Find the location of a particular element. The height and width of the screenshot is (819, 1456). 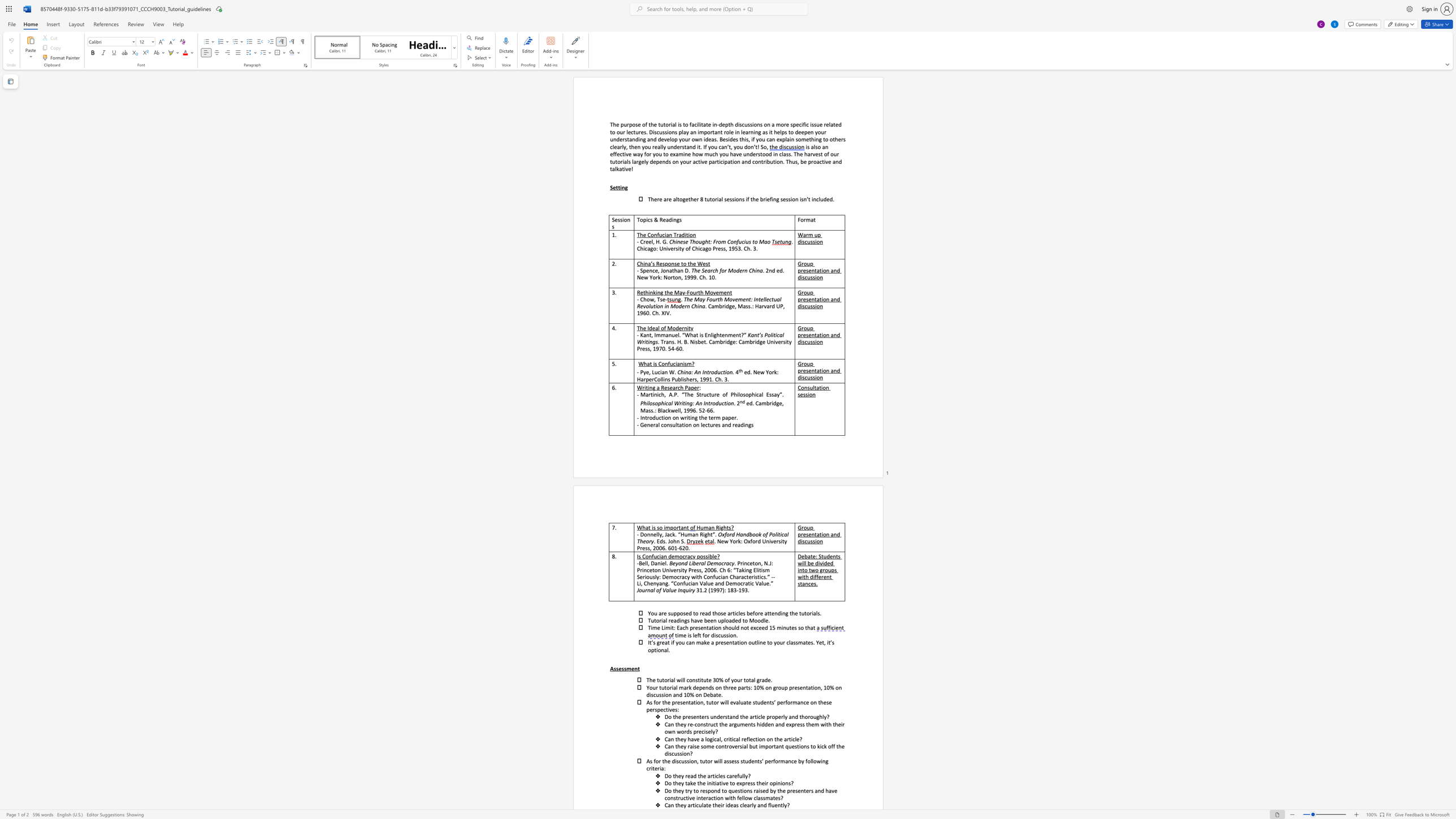

the subset text "Wh" within the text "What is so important" is located at coordinates (637, 527).